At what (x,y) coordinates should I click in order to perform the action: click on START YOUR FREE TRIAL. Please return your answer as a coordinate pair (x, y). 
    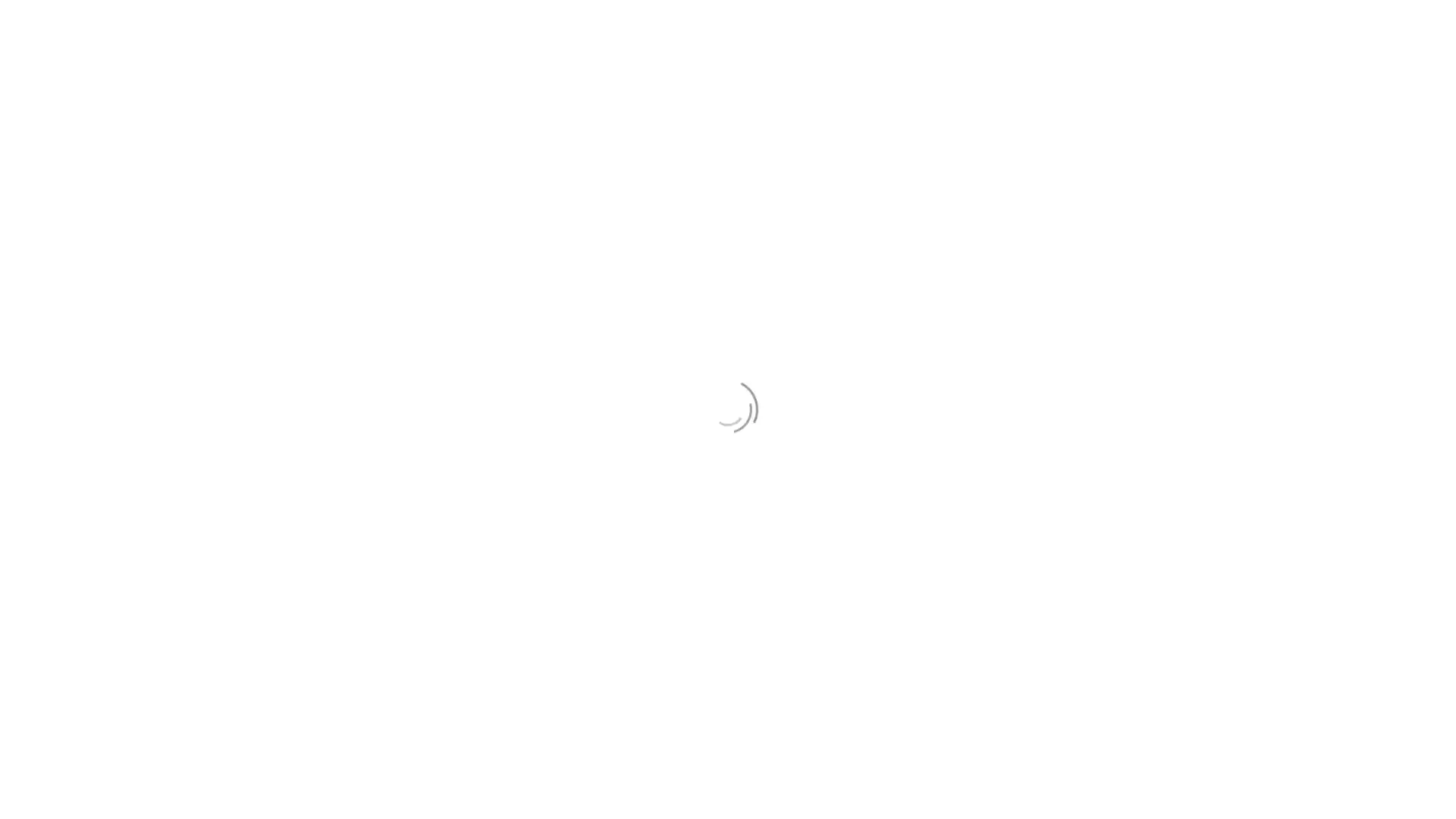
    Looking at the image, I should click on (717, 570).